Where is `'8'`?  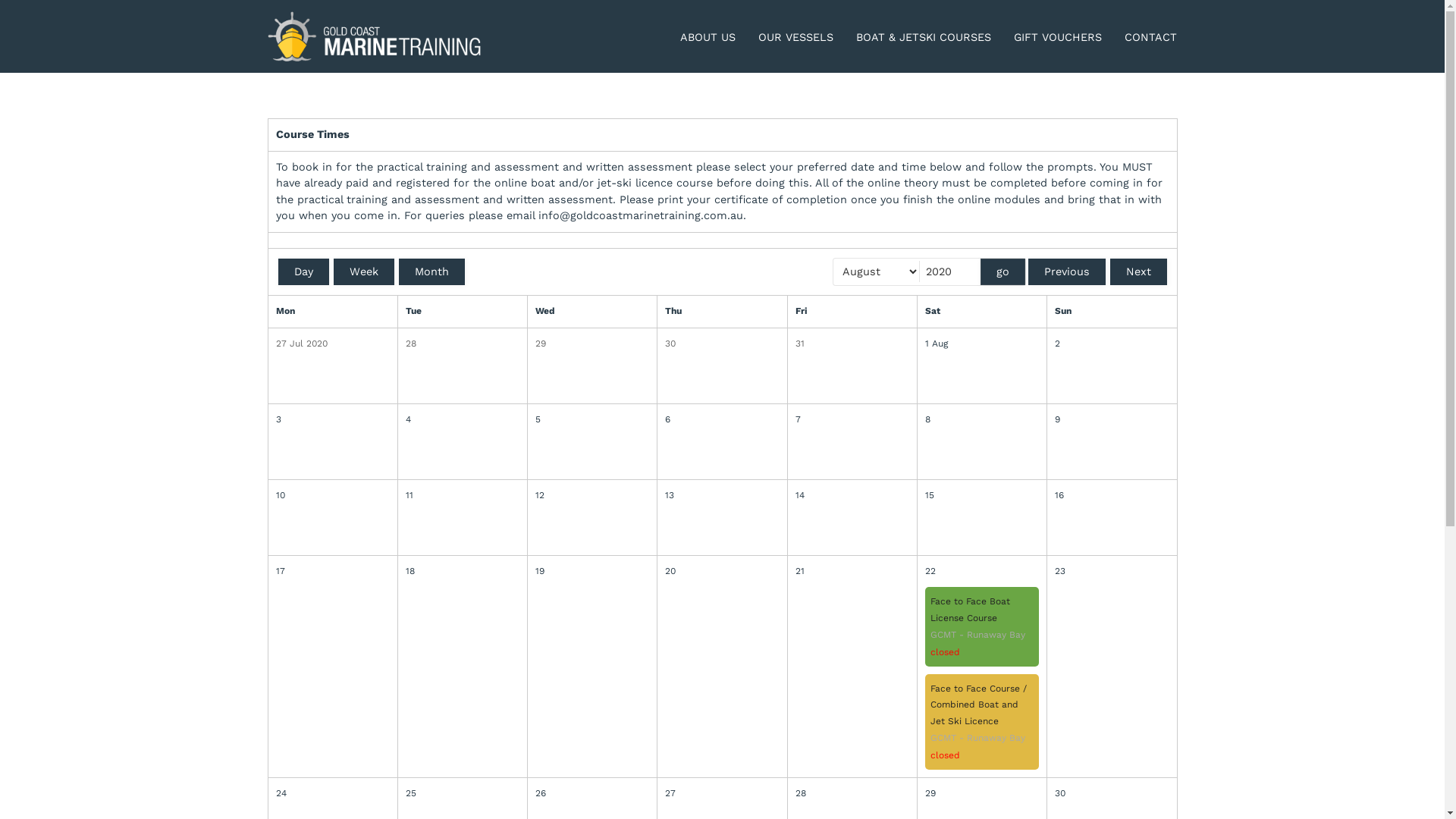
'8' is located at coordinates (982, 420).